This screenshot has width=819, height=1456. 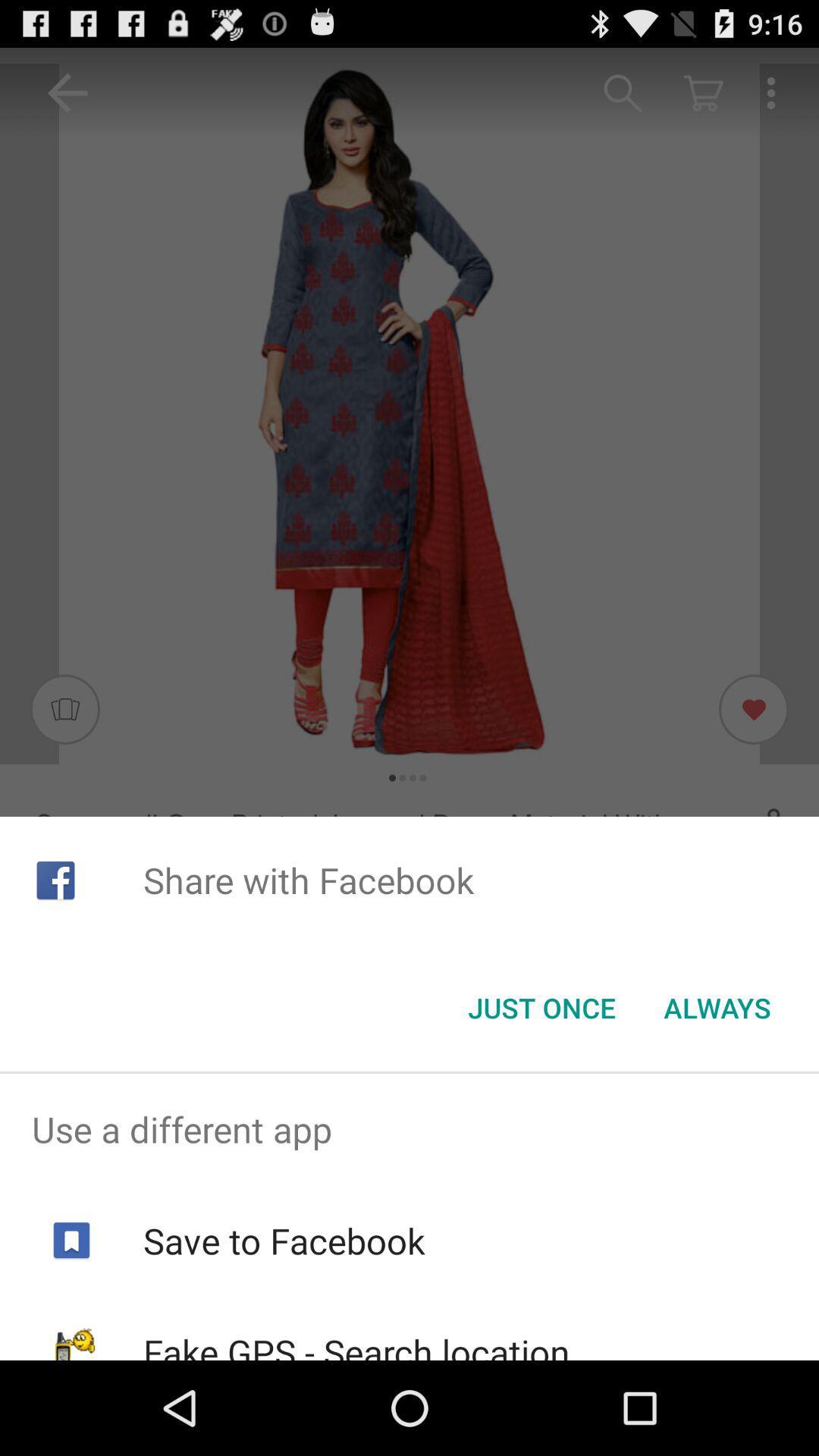 I want to click on the save to facebook icon, so click(x=284, y=1241).